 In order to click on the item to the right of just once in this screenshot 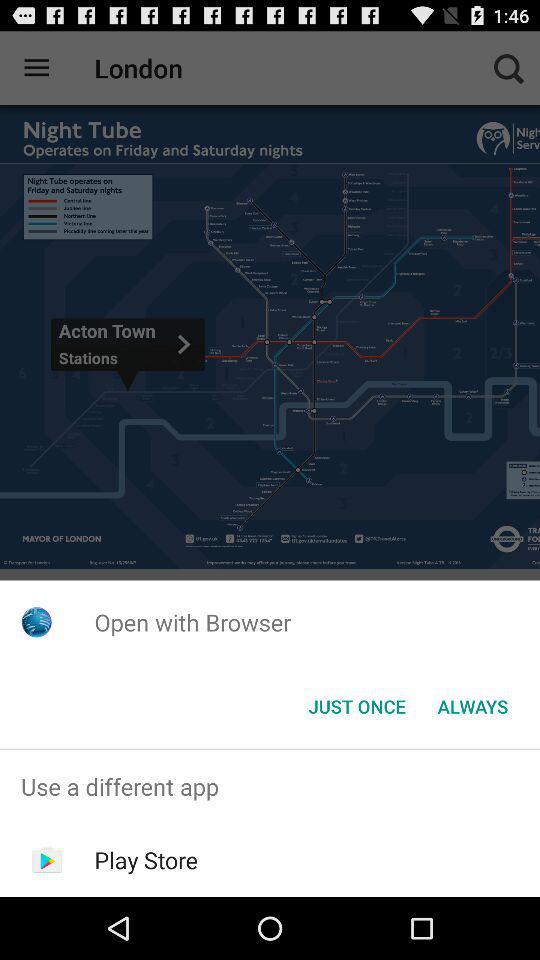, I will do `click(472, 706)`.